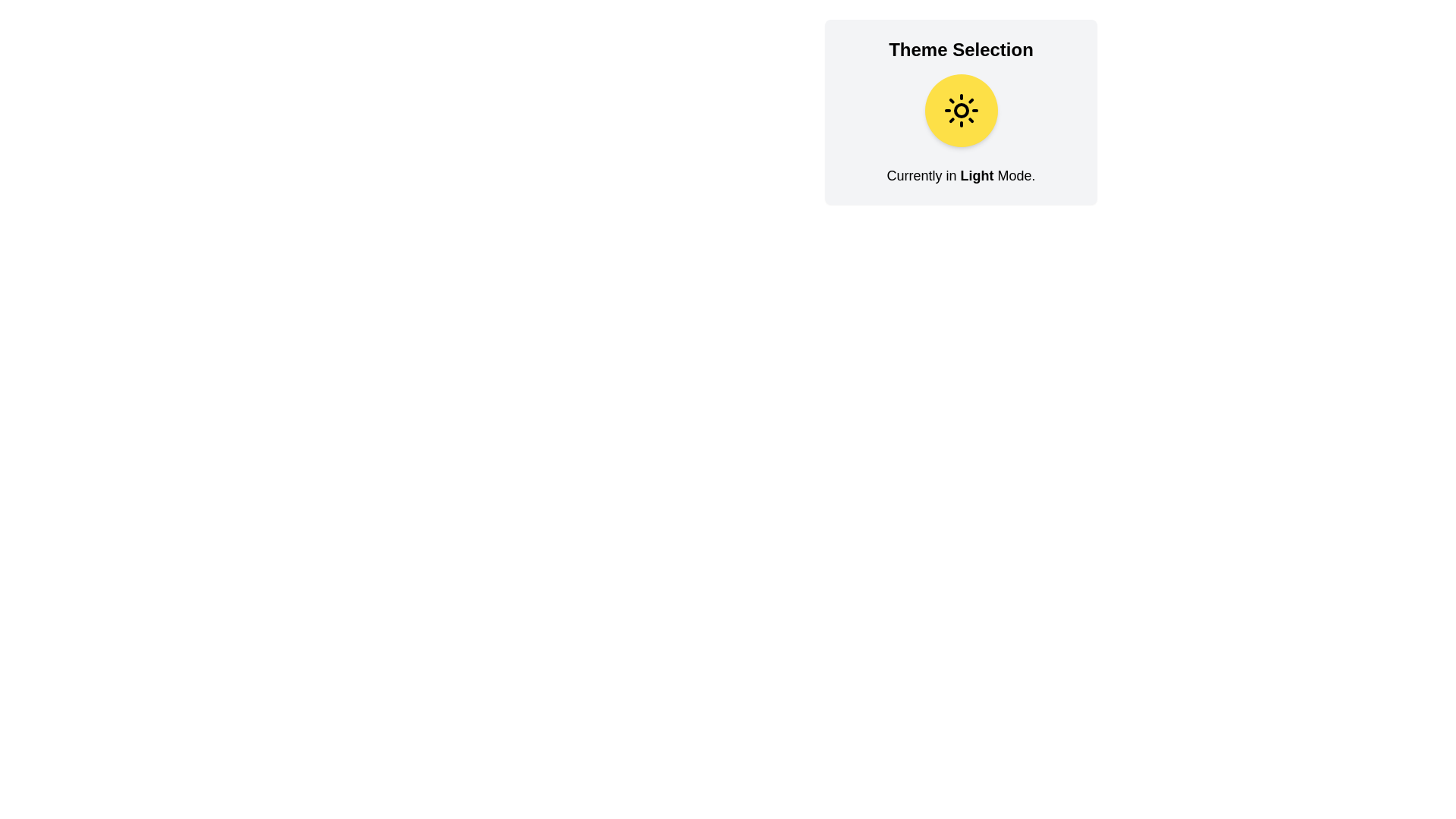  Describe the element at coordinates (960, 110) in the screenshot. I see `the light mode theme toggle icon` at that location.